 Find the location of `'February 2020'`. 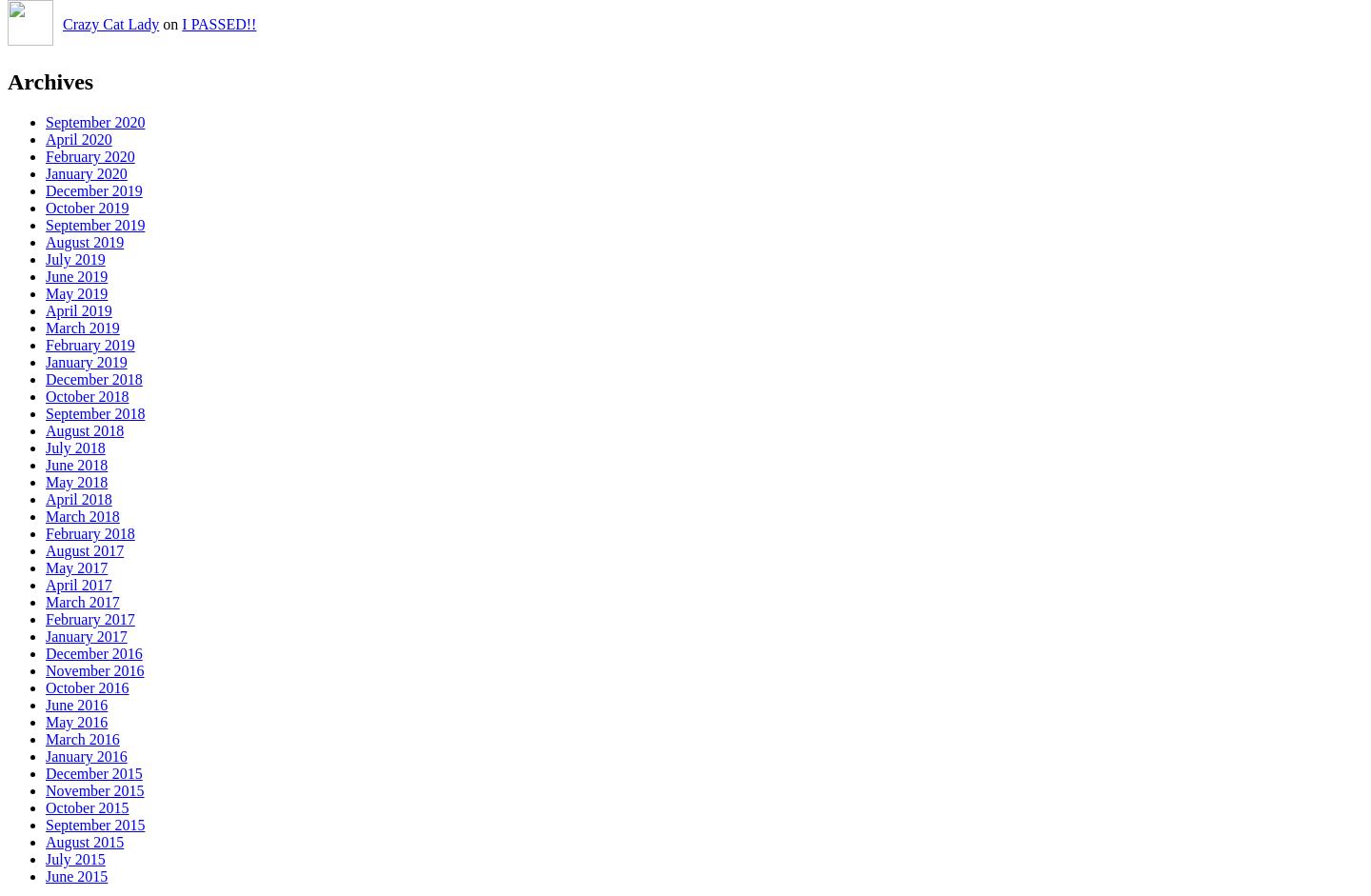

'February 2020' is located at coordinates (89, 155).